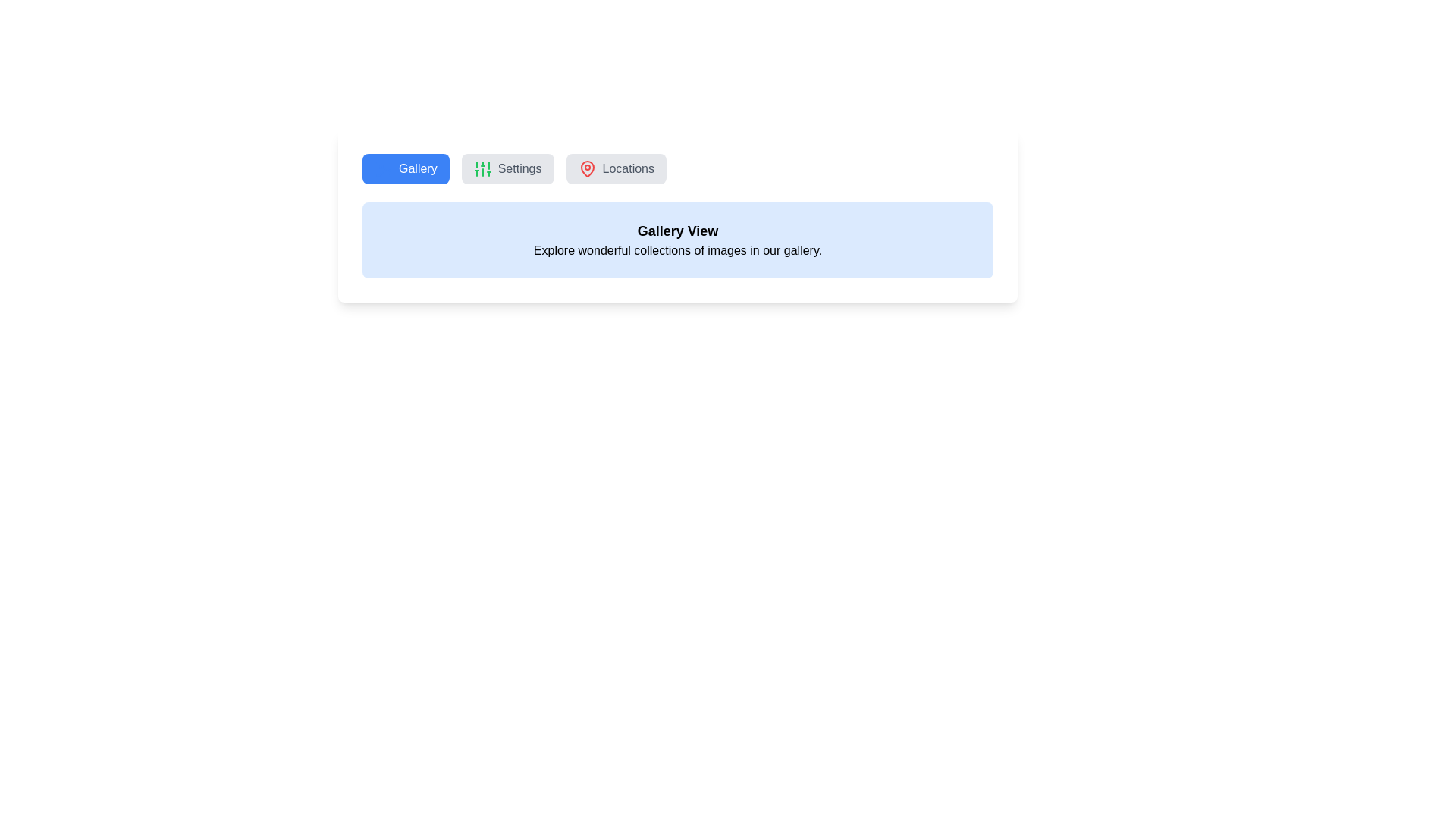 The height and width of the screenshot is (819, 1456). I want to click on the Locations tab by clicking its corresponding button, so click(616, 169).